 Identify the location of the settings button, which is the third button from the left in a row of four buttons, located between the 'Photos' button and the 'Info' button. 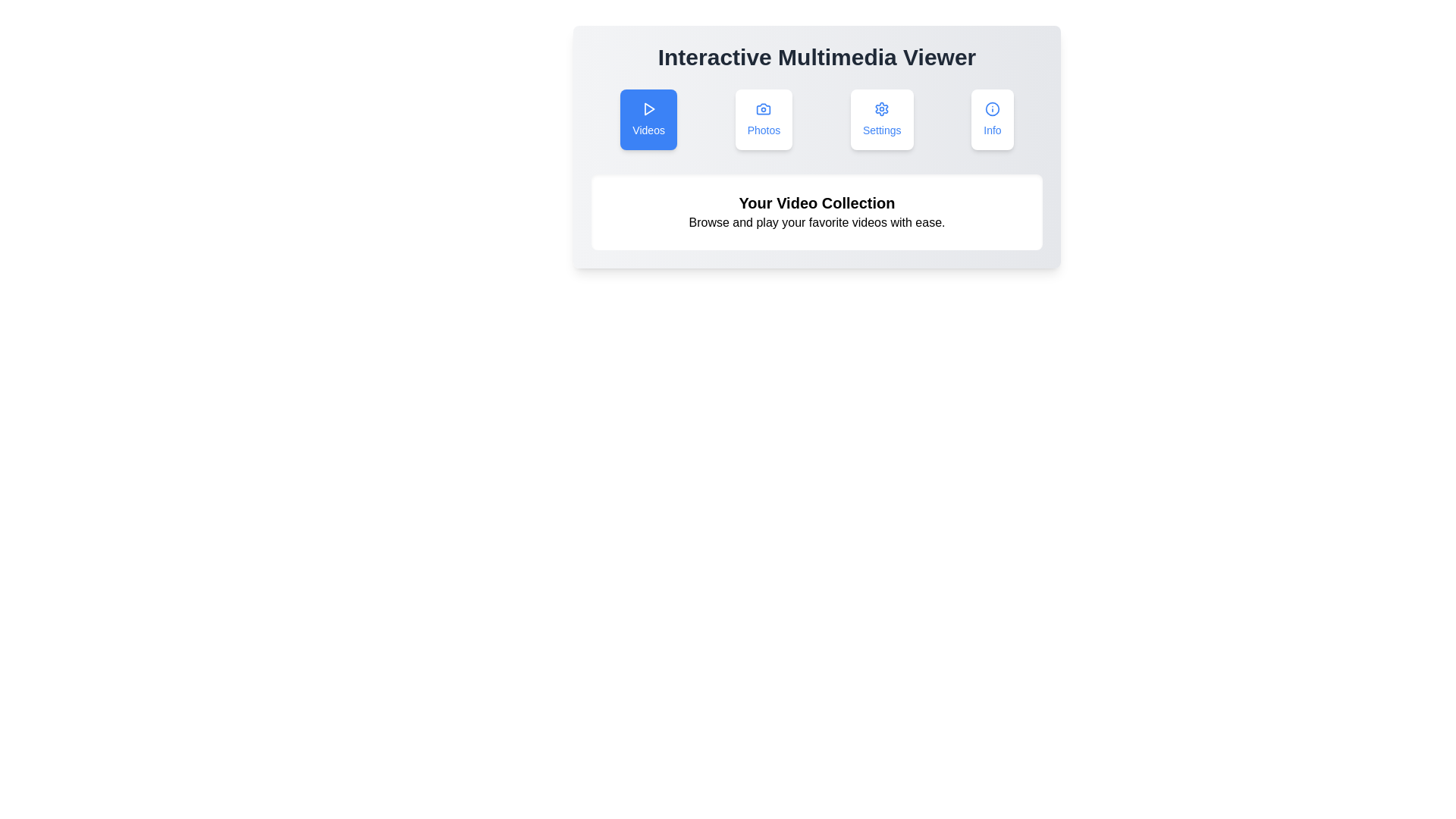
(882, 119).